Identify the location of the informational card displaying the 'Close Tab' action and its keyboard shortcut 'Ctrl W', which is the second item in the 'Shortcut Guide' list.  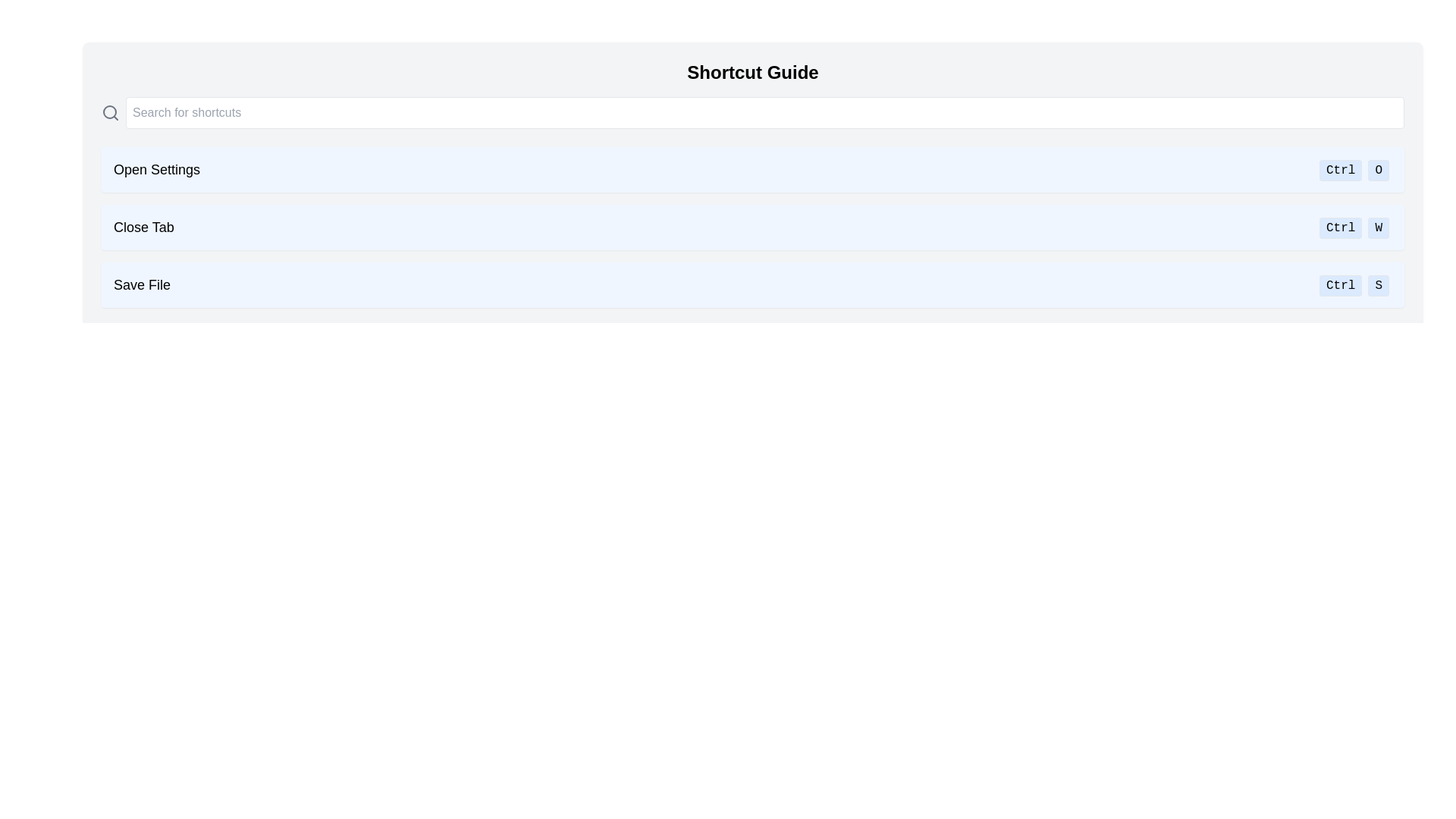
(753, 227).